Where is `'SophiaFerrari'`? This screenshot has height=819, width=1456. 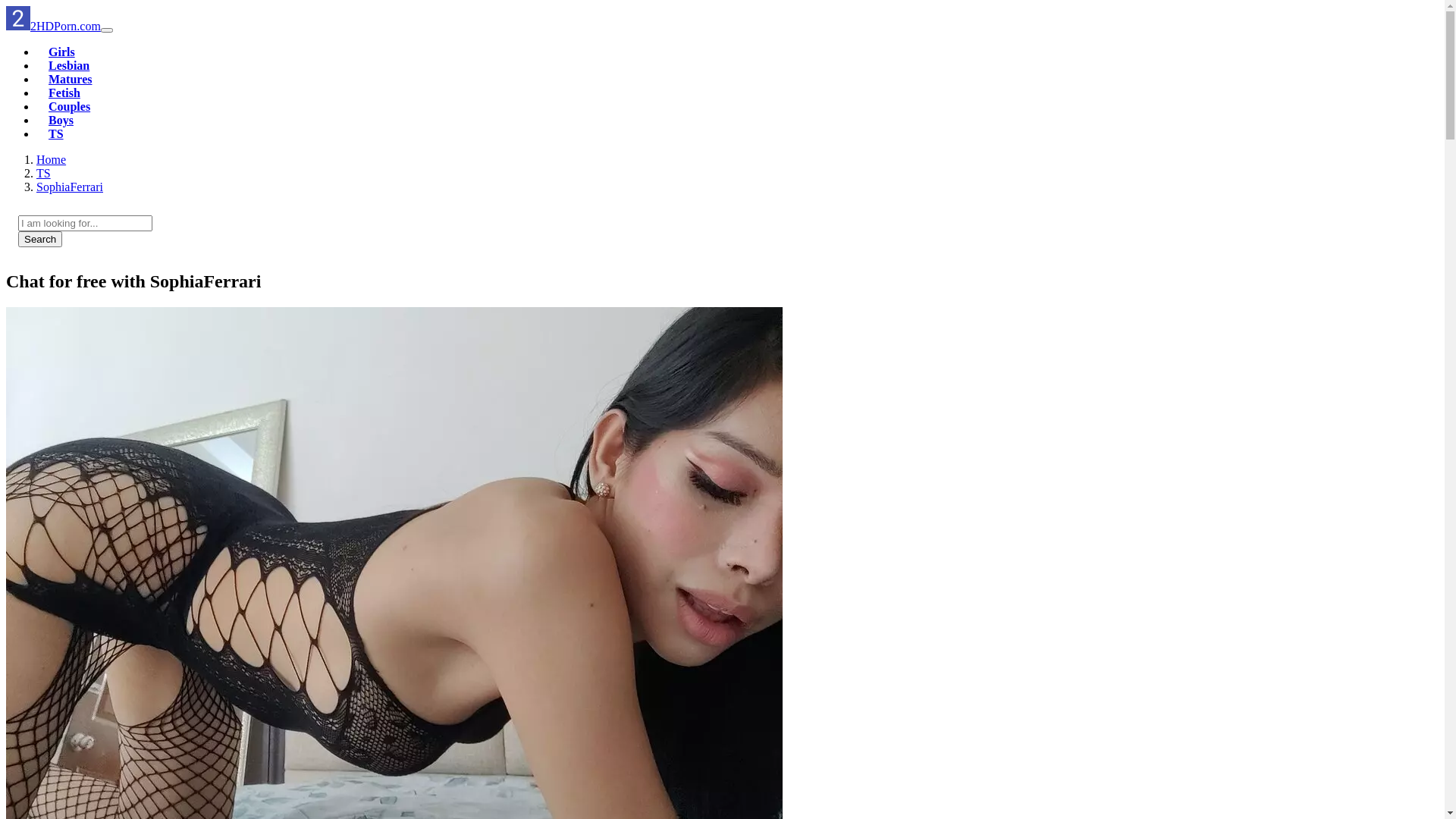 'SophiaFerrari' is located at coordinates (68, 186).